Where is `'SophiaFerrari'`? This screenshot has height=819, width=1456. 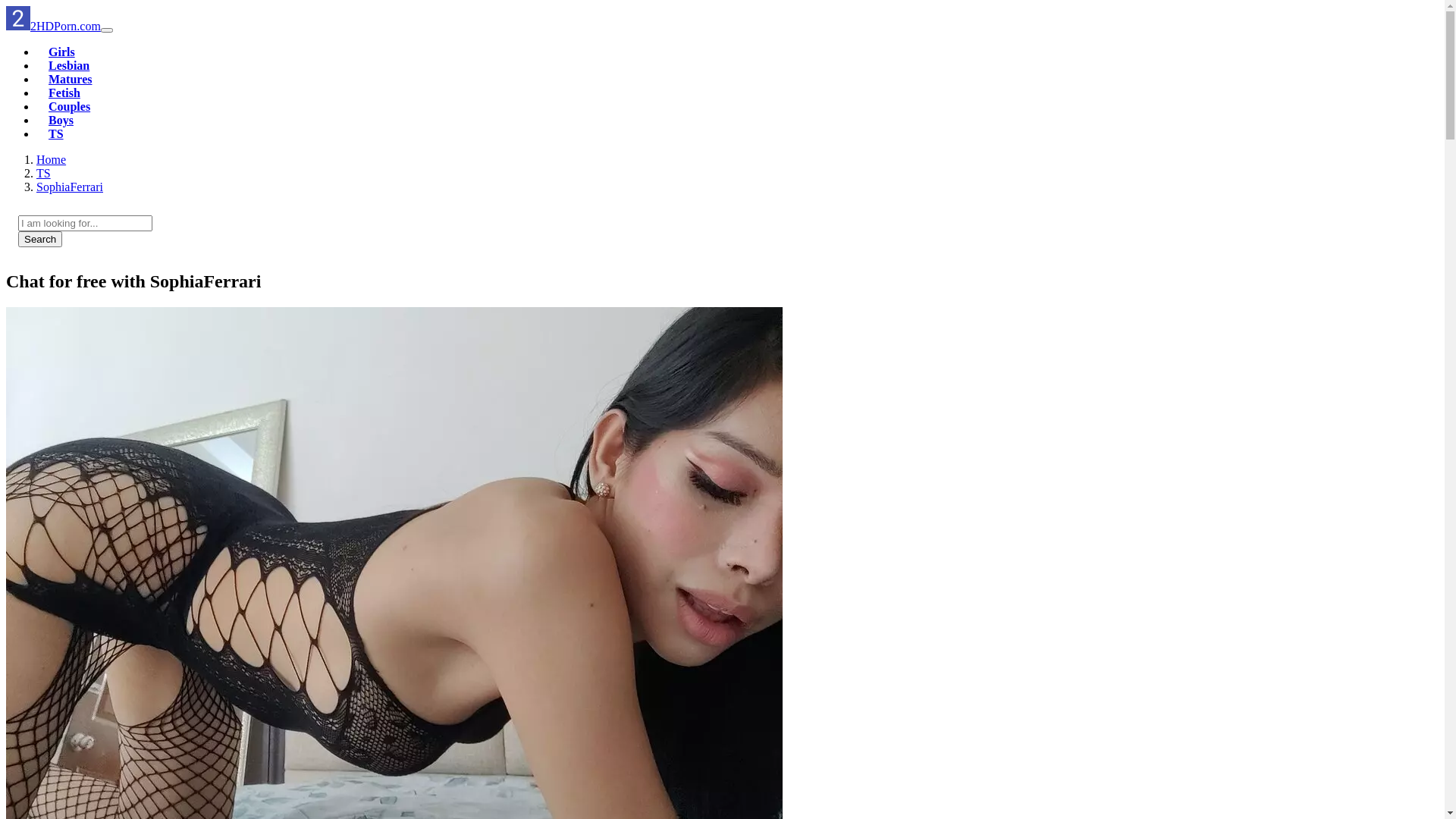 'SophiaFerrari' is located at coordinates (68, 186).